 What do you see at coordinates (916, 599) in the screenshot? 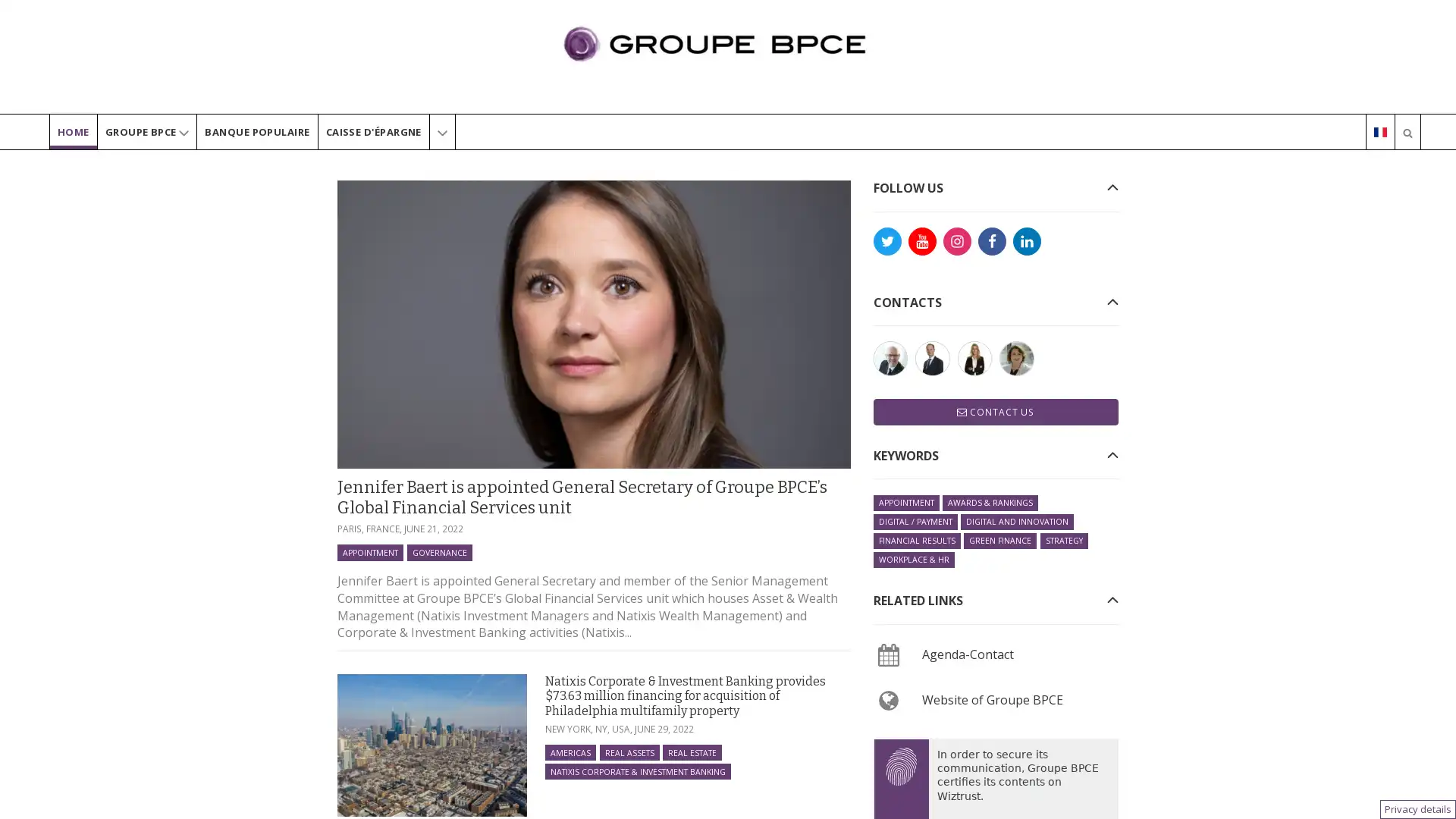
I see `RELATED LINKS` at bounding box center [916, 599].